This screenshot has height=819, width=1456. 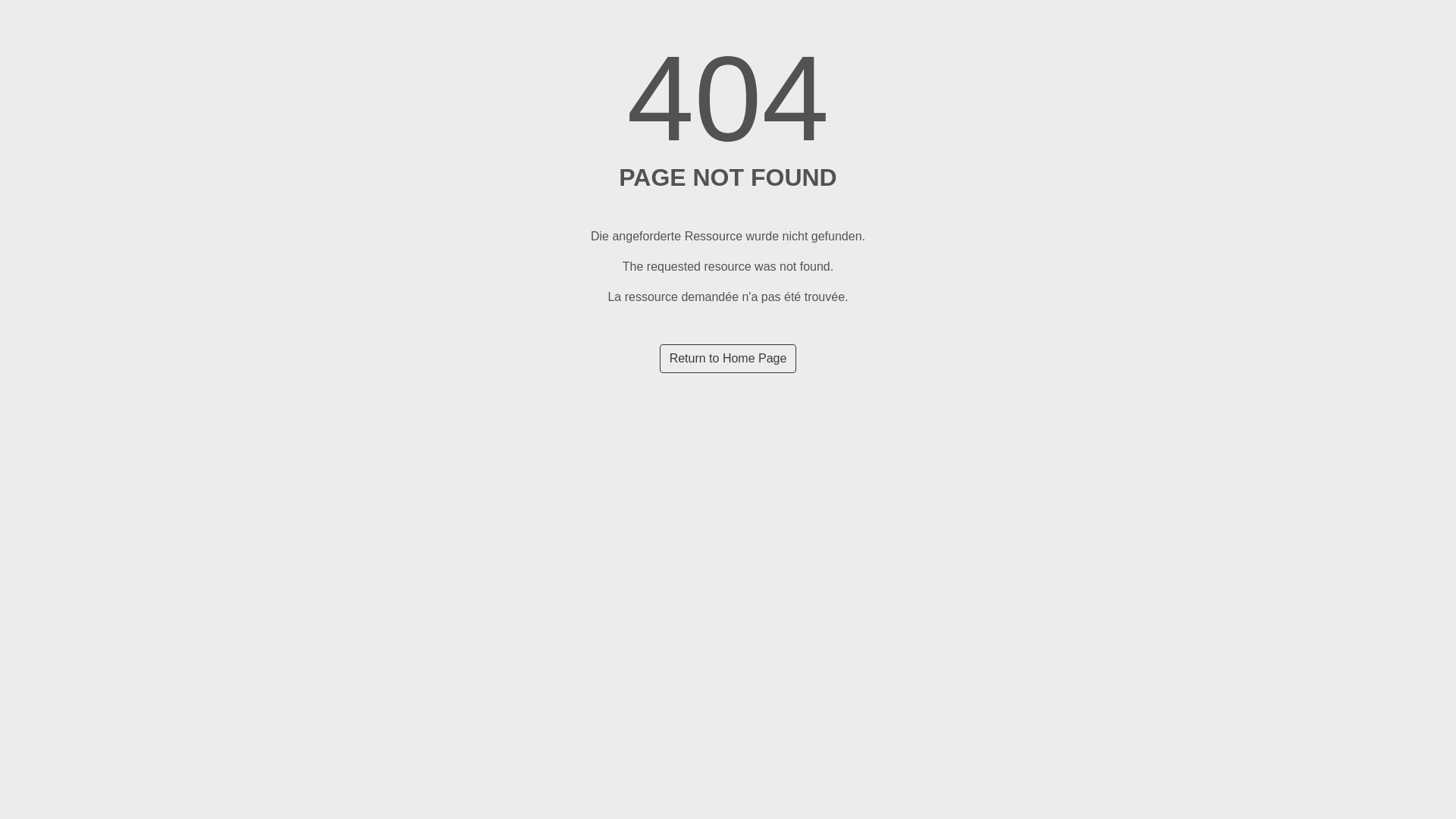 What do you see at coordinates (728, 359) in the screenshot?
I see `'Return to Home Page'` at bounding box center [728, 359].